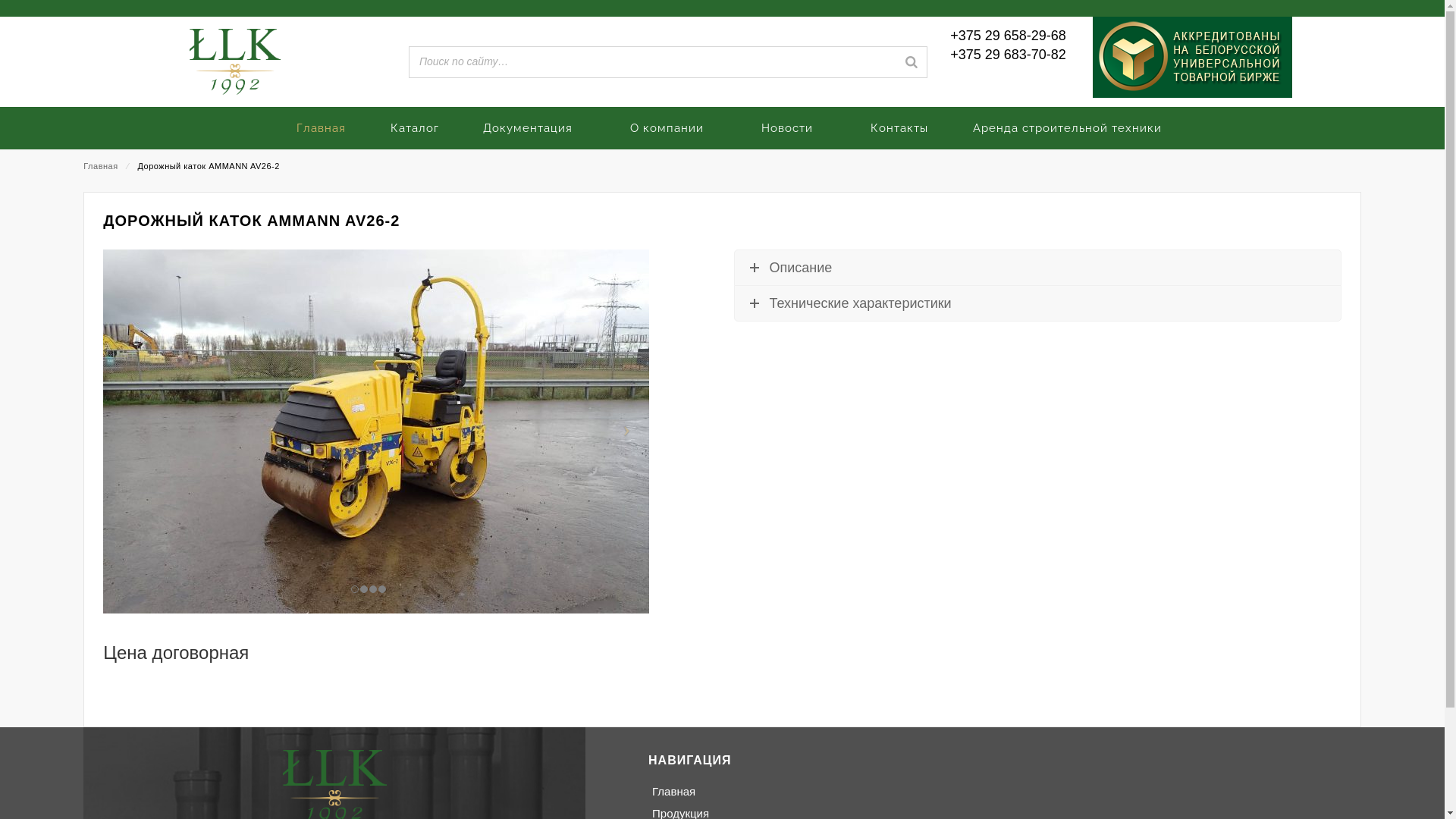  Describe the element at coordinates (949, 35) in the screenshot. I see `'+375 29 658-29-68'` at that location.